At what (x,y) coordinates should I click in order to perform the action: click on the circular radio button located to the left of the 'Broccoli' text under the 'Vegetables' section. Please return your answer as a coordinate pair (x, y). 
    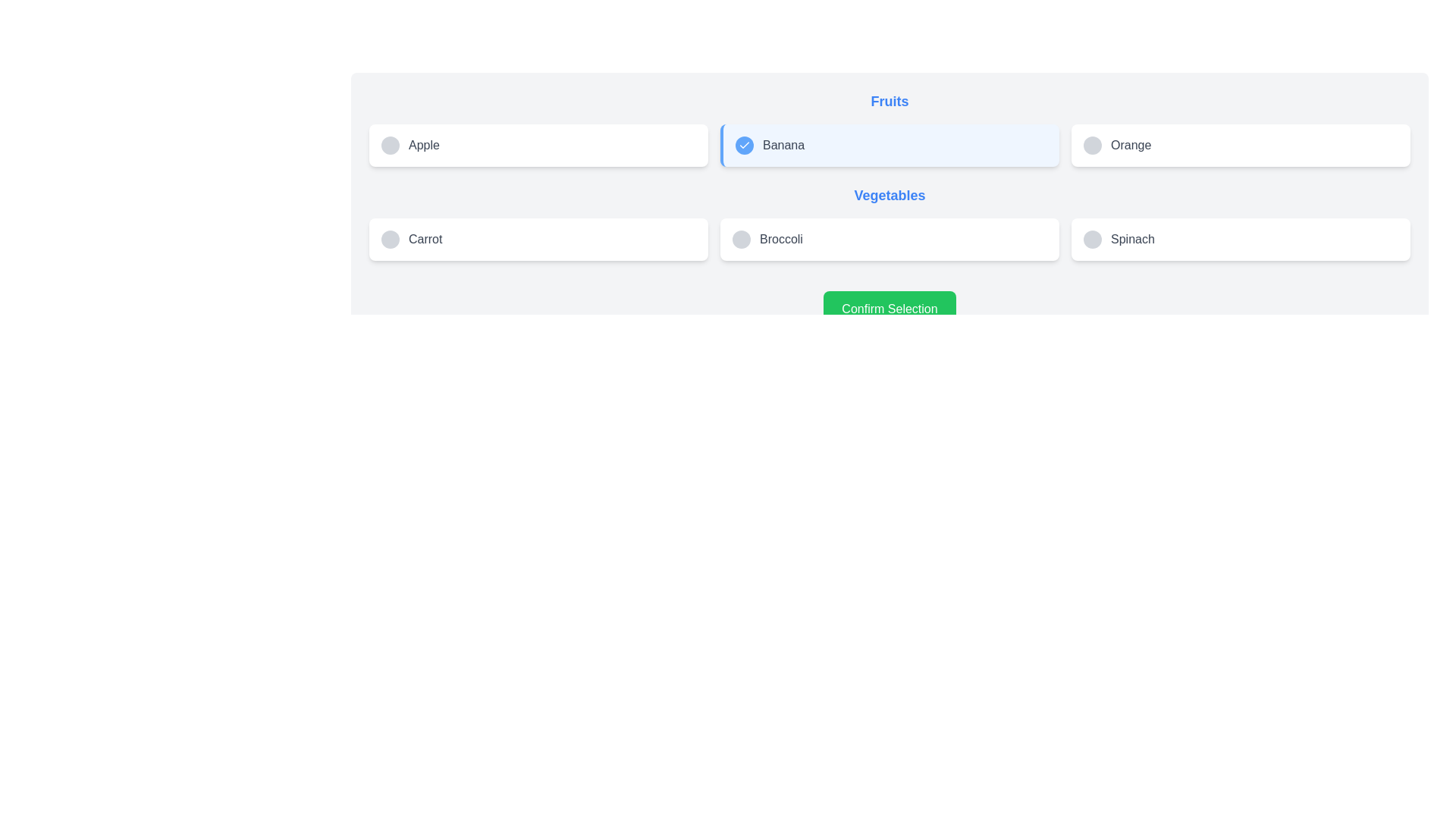
    Looking at the image, I should click on (742, 239).